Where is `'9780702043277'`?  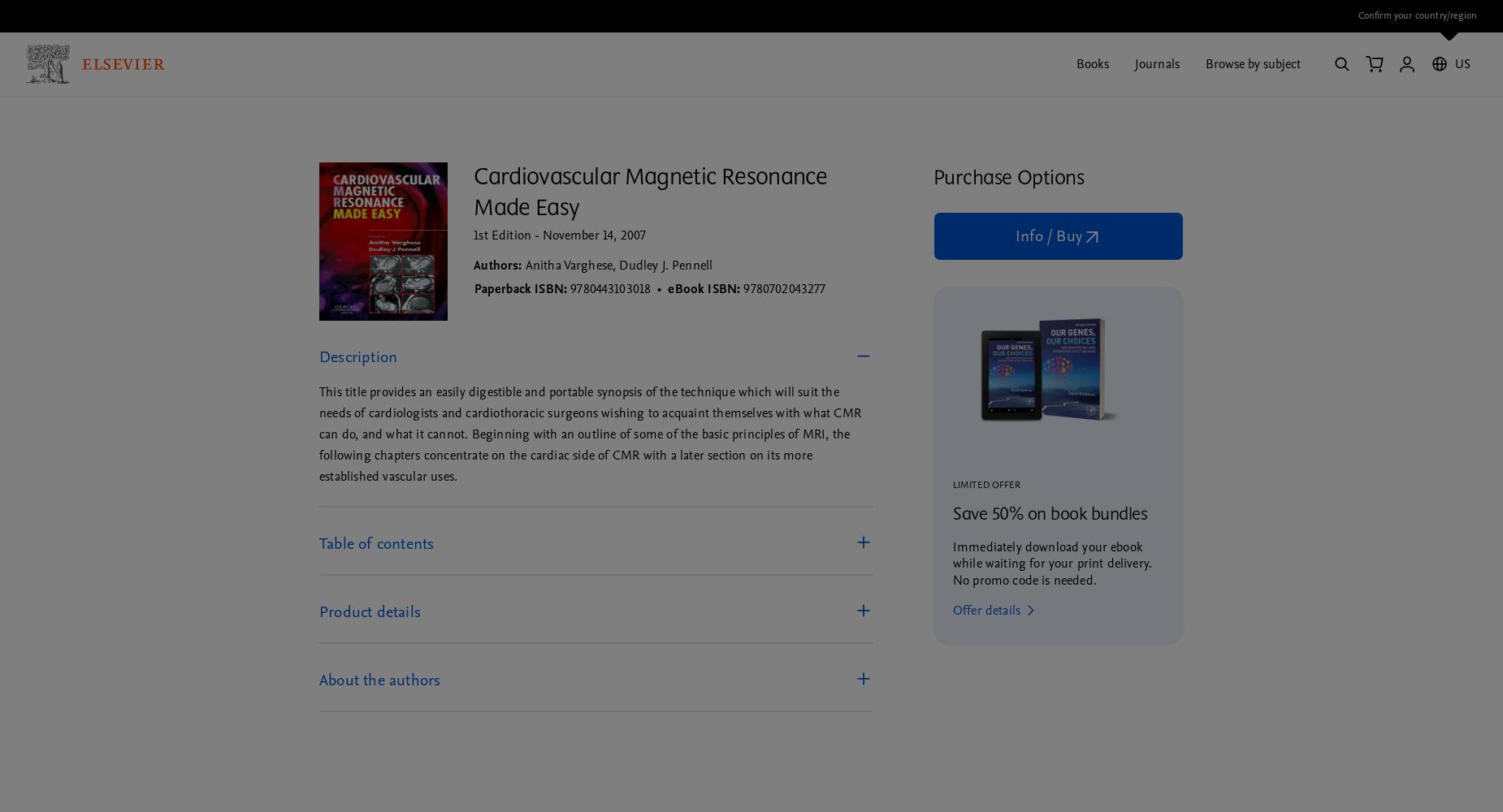 '9780702043277' is located at coordinates (783, 287).